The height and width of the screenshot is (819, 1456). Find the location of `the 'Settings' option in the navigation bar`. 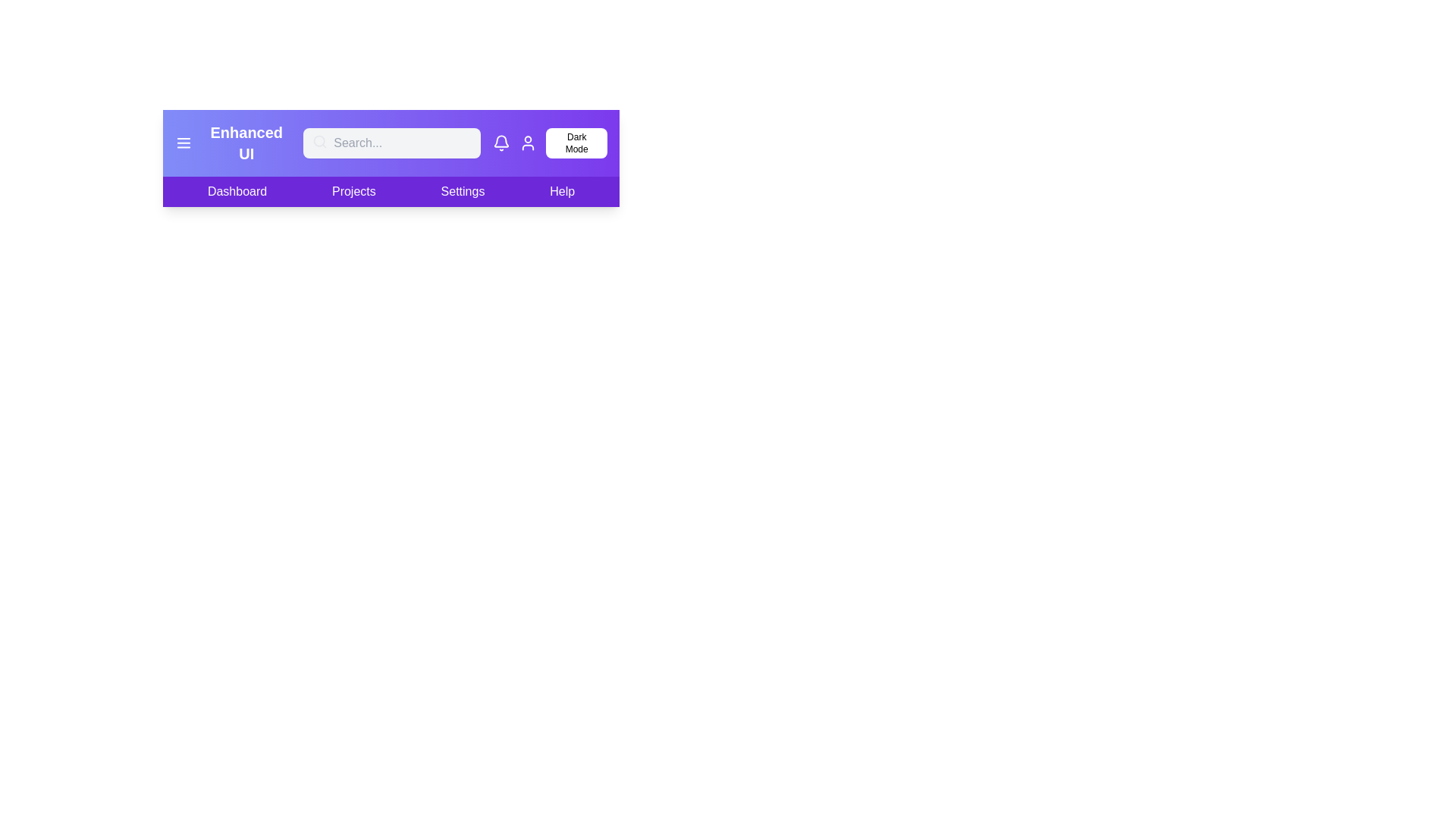

the 'Settings' option in the navigation bar is located at coordinates (461, 191).